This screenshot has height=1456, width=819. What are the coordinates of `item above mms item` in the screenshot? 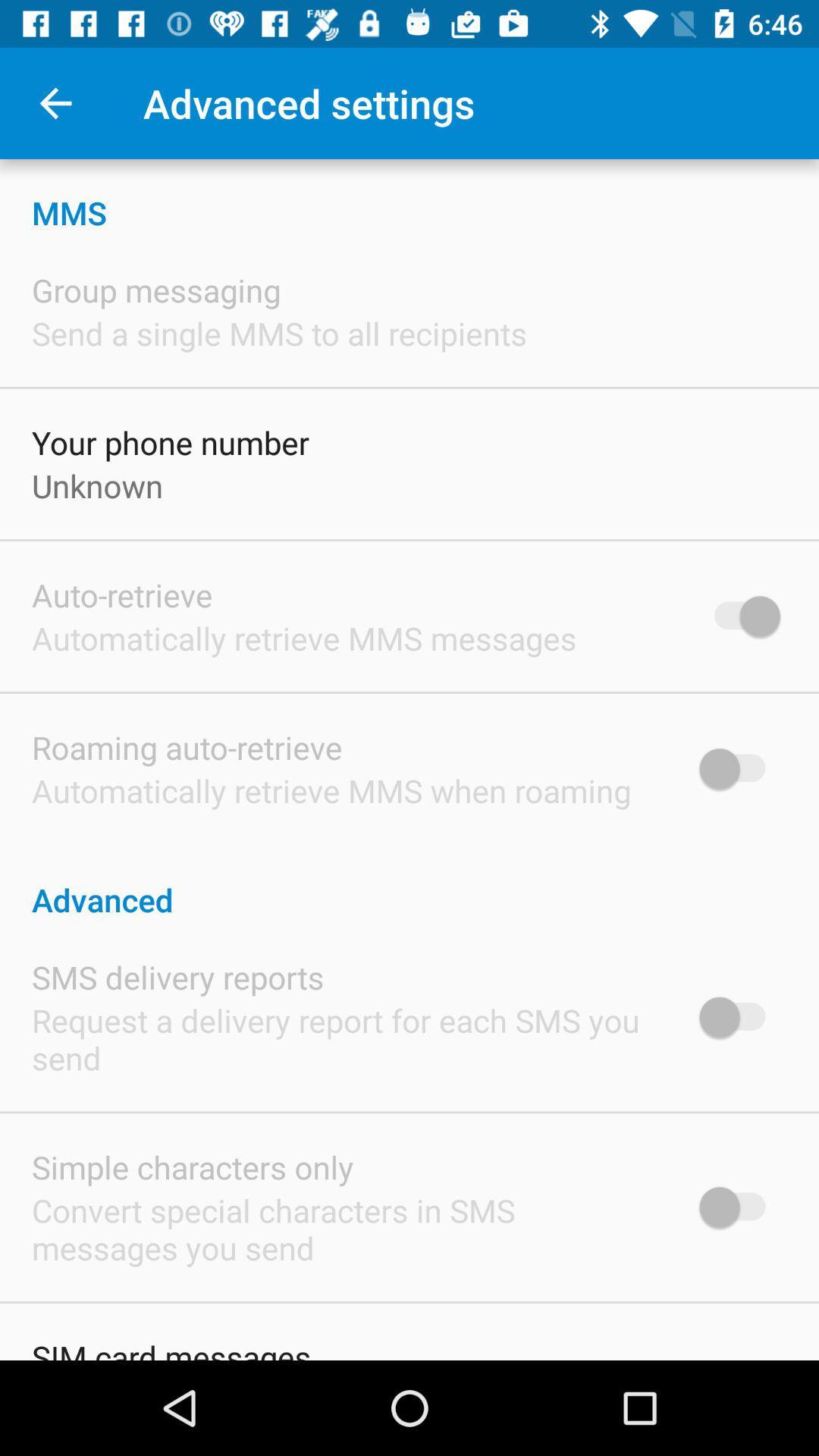 It's located at (55, 102).